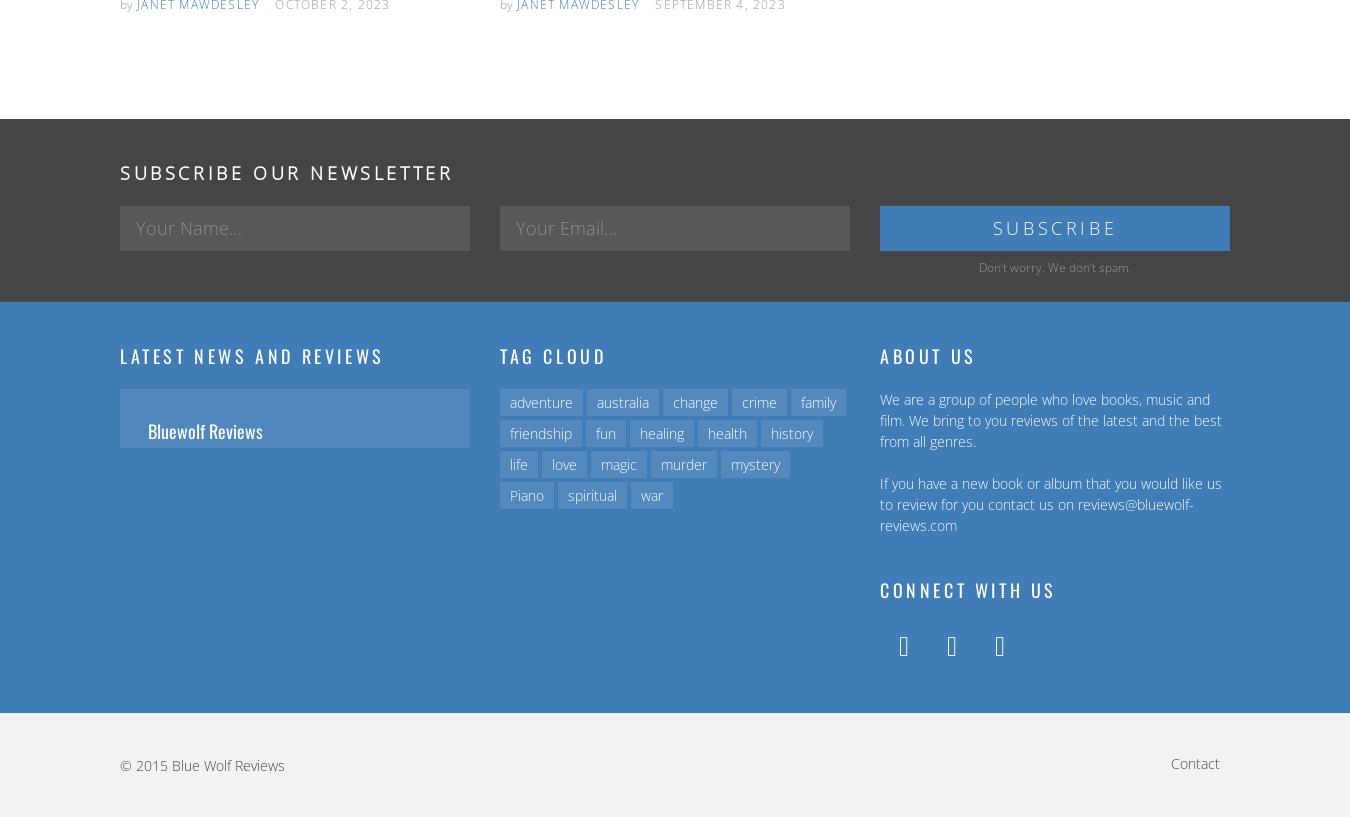 The width and height of the screenshot is (1350, 817). What do you see at coordinates (652, 494) in the screenshot?
I see `'war'` at bounding box center [652, 494].